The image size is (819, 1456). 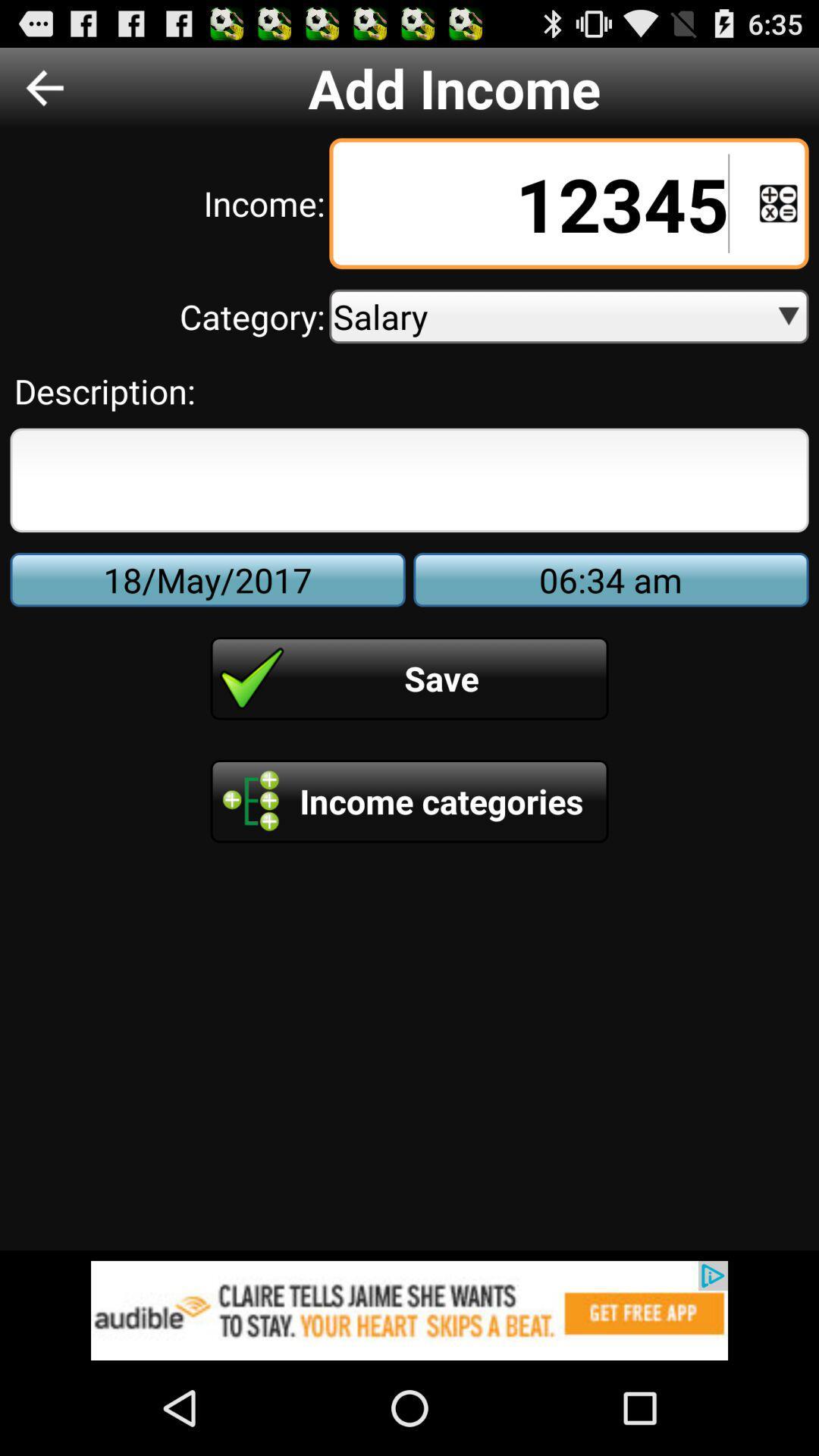 What do you see at coordinates (44, 86) in the screenshot?
I see `back button` at bounding box center [44, 86].